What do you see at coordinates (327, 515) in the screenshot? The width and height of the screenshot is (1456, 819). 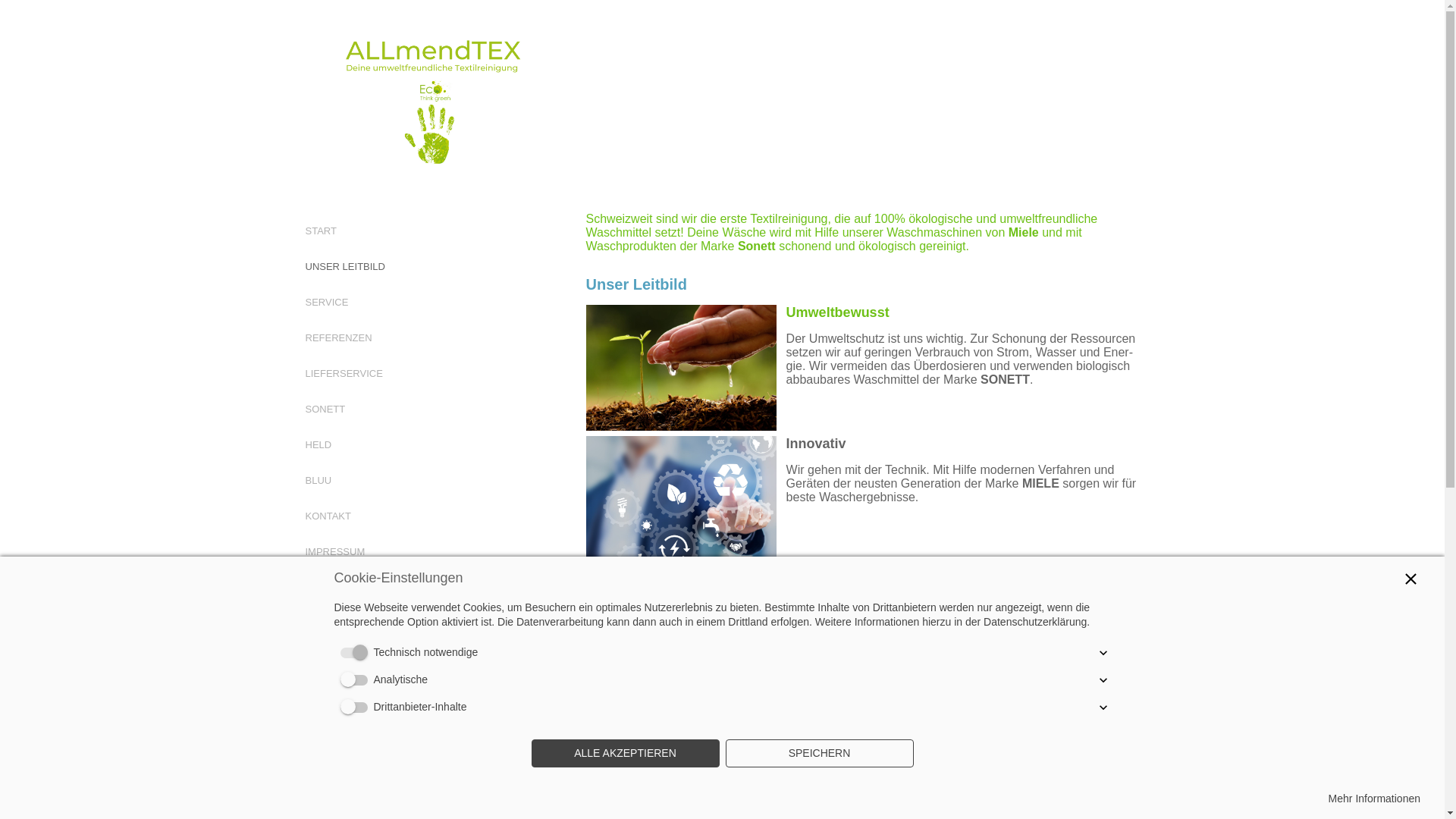 I see `'KONTAKT'` at bounding box center [327, 515].